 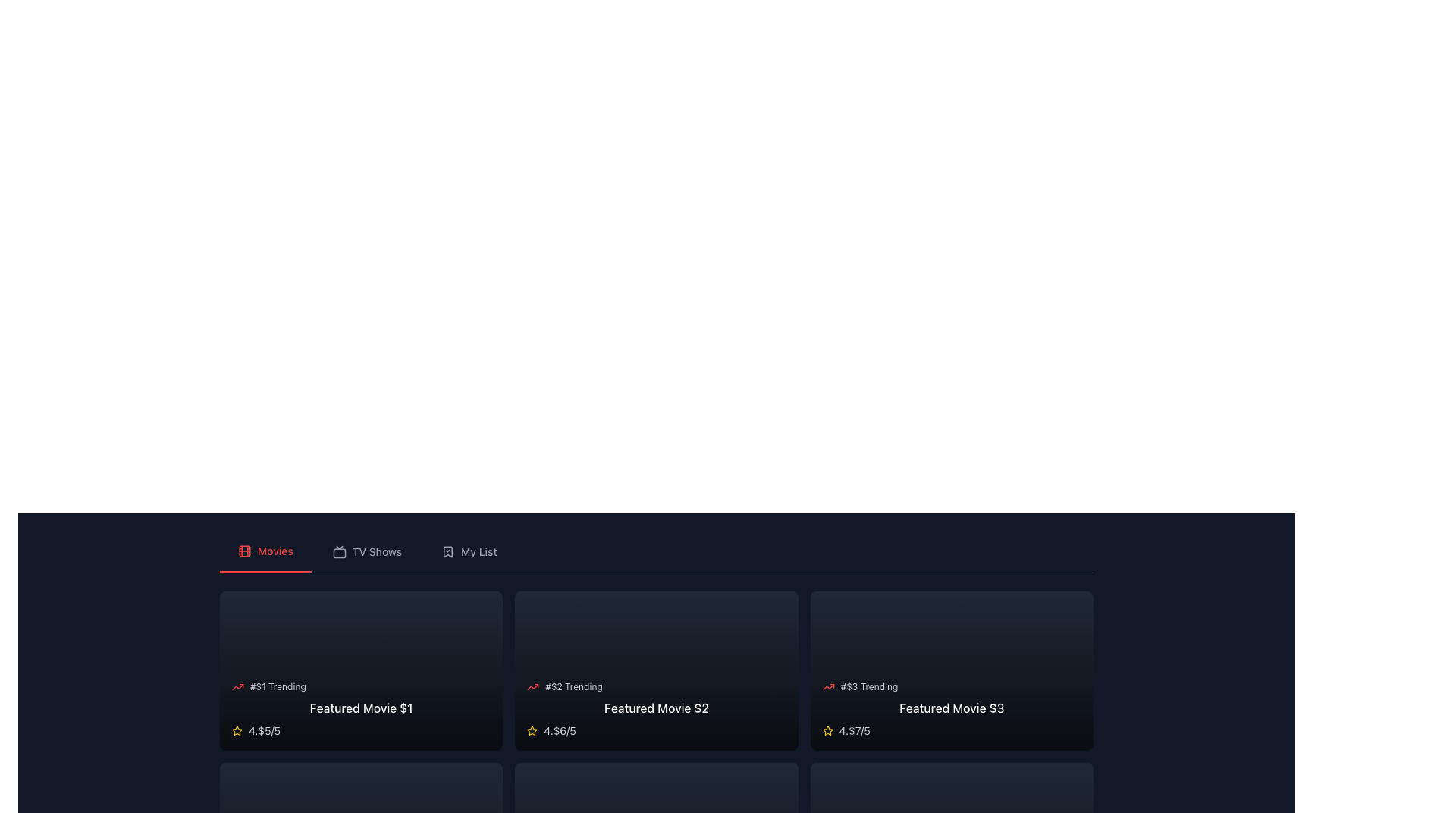 What do you see at coordinates (951, 708) in the screenshot?
I see `the Text Label displaying 'Featured Movie $3' which is part of the trending movies list, located in the center of the third tile, below the subtitle '#$3 Trending'` at bounding box center [951, 708].